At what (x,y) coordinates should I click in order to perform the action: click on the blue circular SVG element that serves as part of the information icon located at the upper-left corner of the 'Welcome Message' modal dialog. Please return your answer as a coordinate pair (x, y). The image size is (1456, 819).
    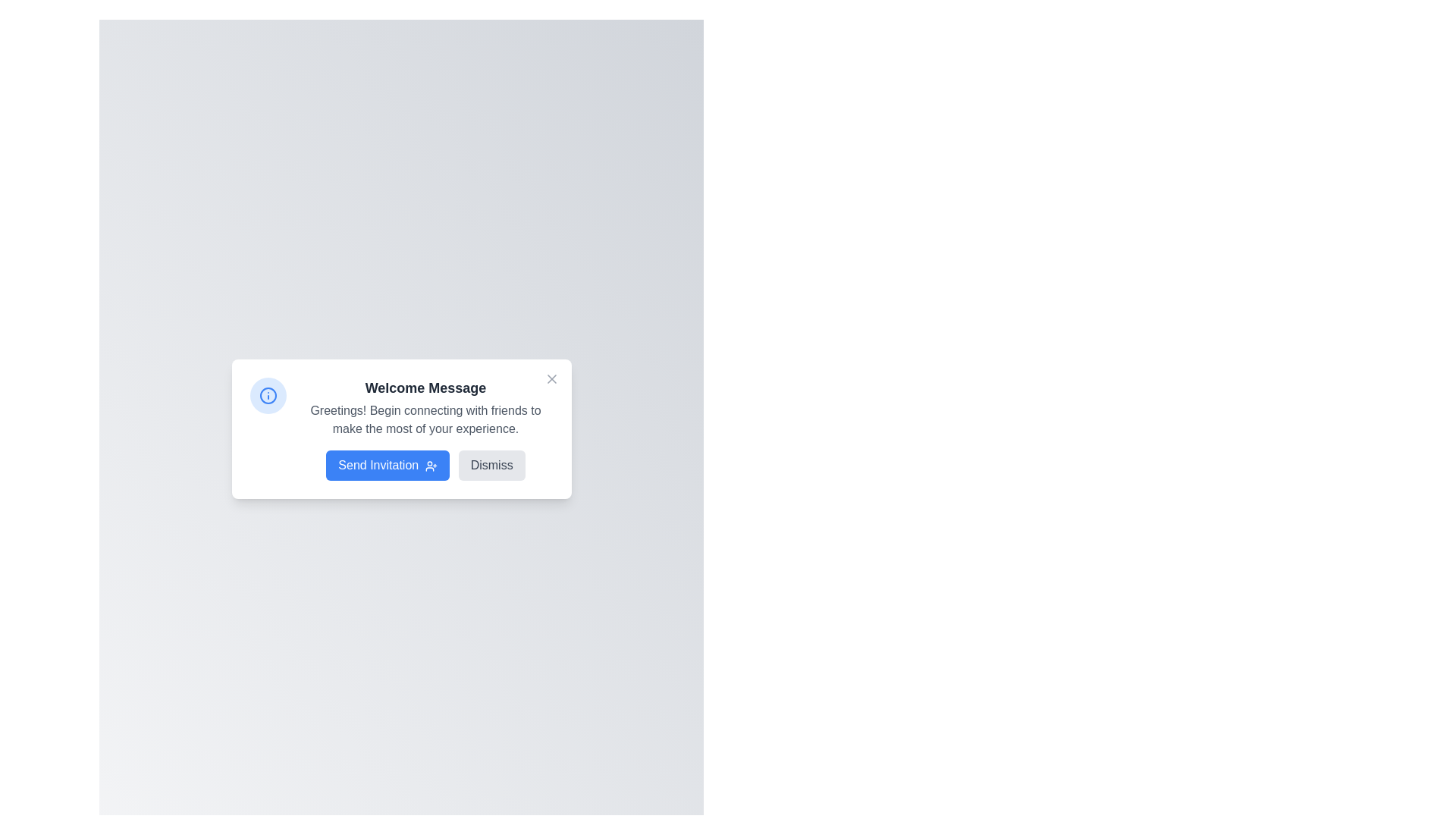
    Looking at the image, I should click on (268, 394).